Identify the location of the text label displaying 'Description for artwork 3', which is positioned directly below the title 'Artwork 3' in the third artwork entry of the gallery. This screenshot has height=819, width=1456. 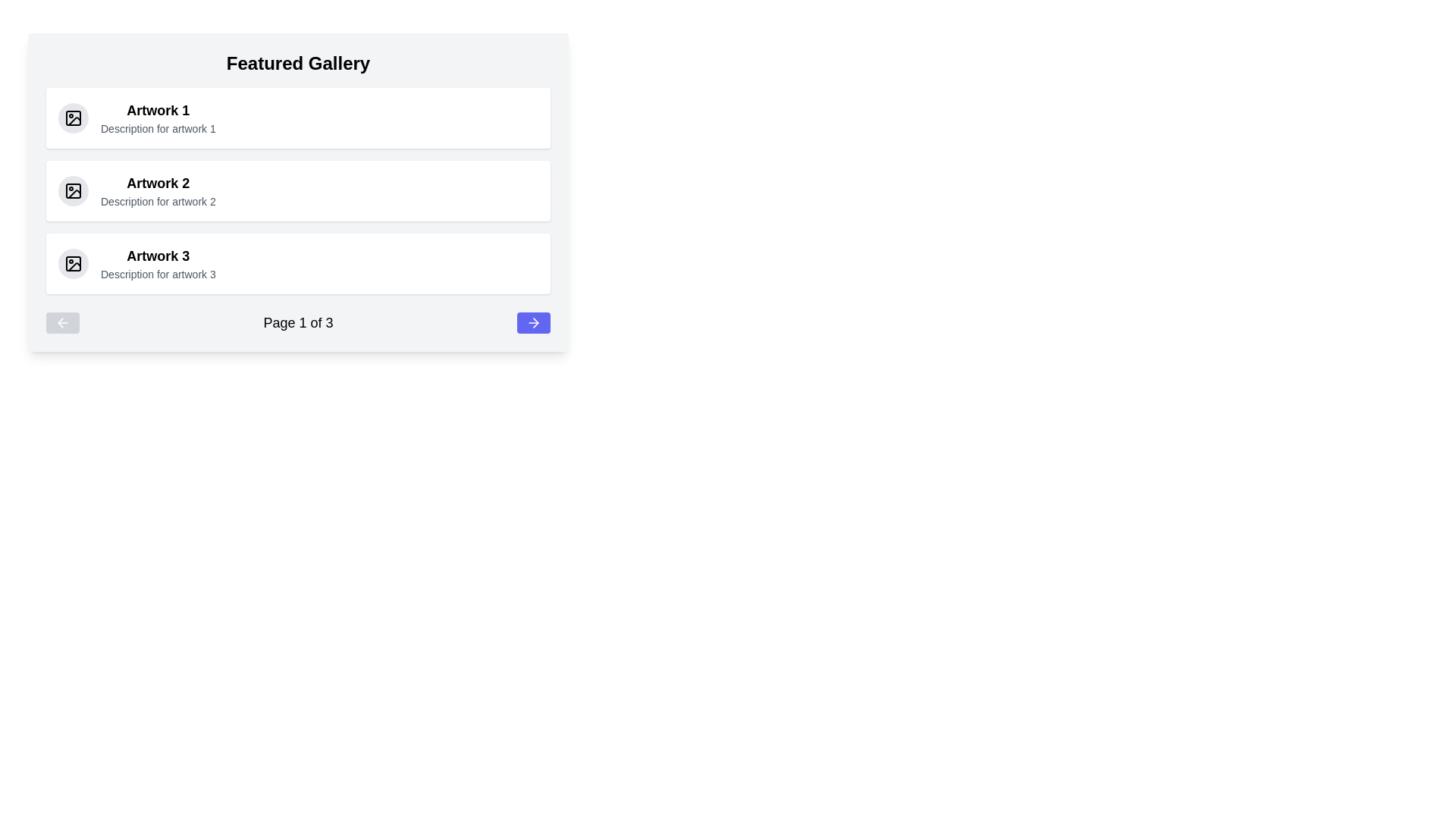
(158, 275).